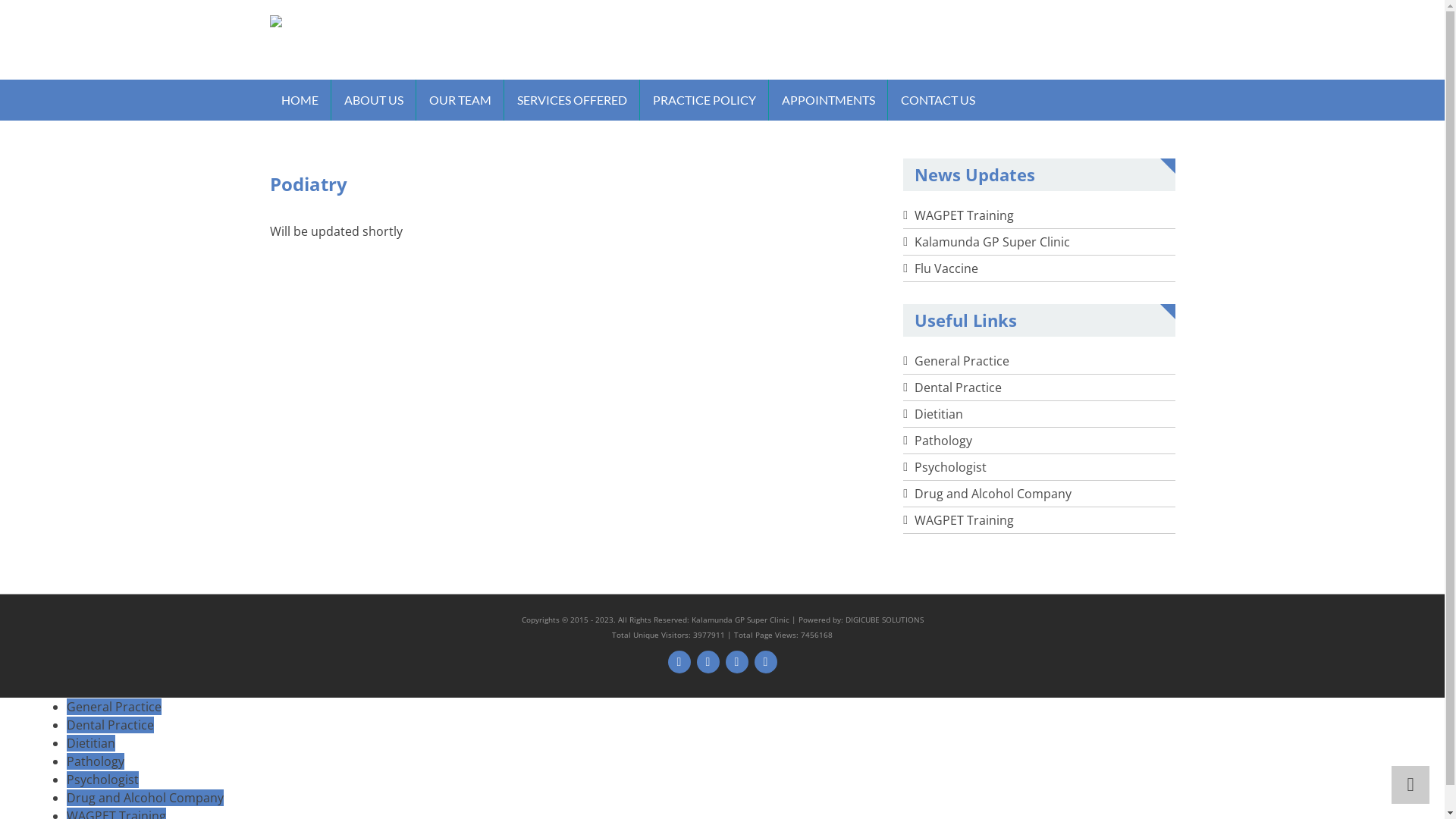 This screenshot has width=1456, height=819. I want to click on 'DIGICUBE SOLUTIONS', so click(883, 620).